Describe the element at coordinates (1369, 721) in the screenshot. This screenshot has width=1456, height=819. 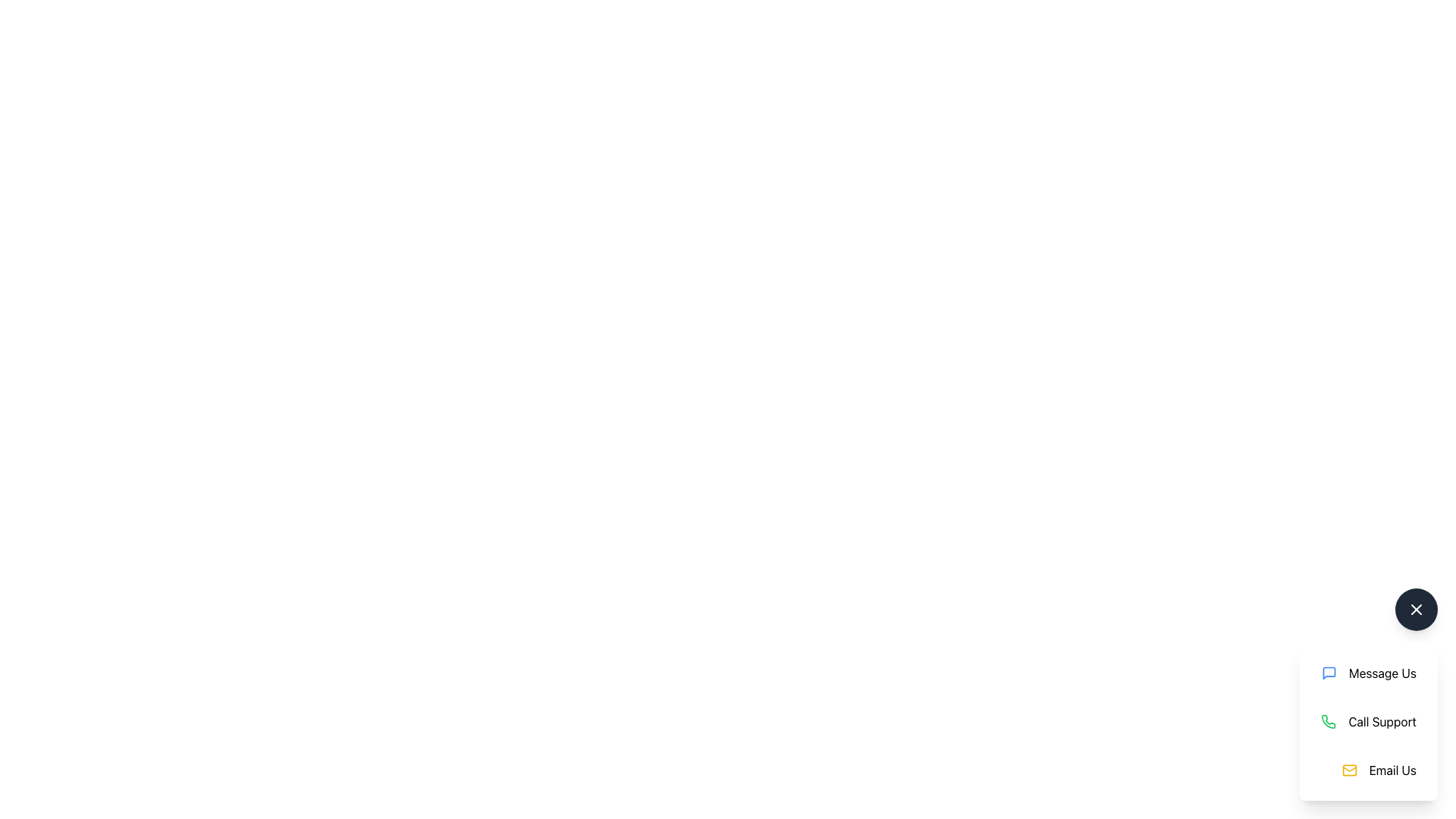
I see `the 'Call Support' button in the vertical menu located in the lower-right corner of the user interface` at that location.